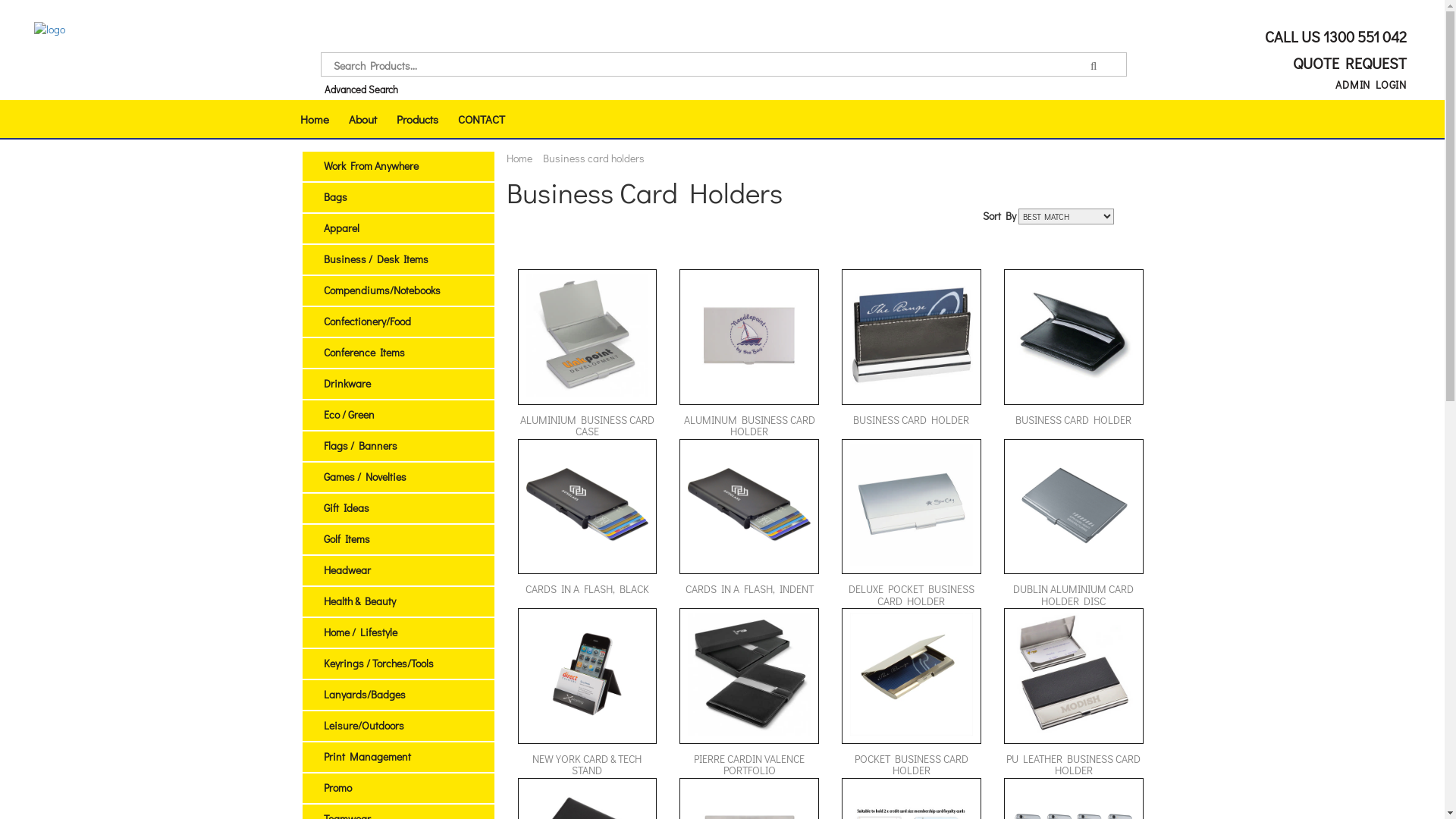 The image size is (1456, 819). I want to click on 'Eco / Green', so click(347, 414).